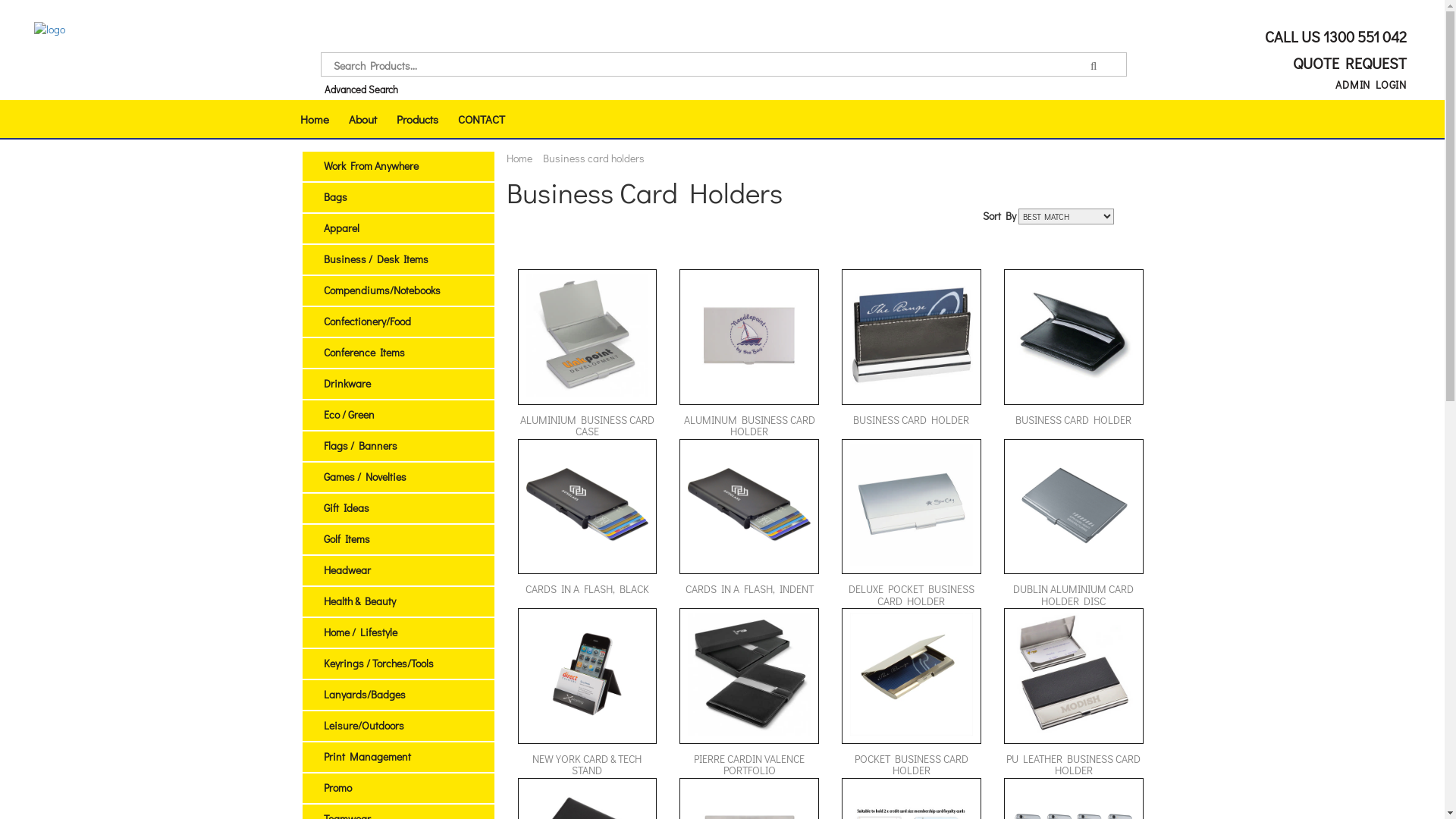 The image size is (1456, 819). I want to click on 'Eco / Green', so click(347, 414).